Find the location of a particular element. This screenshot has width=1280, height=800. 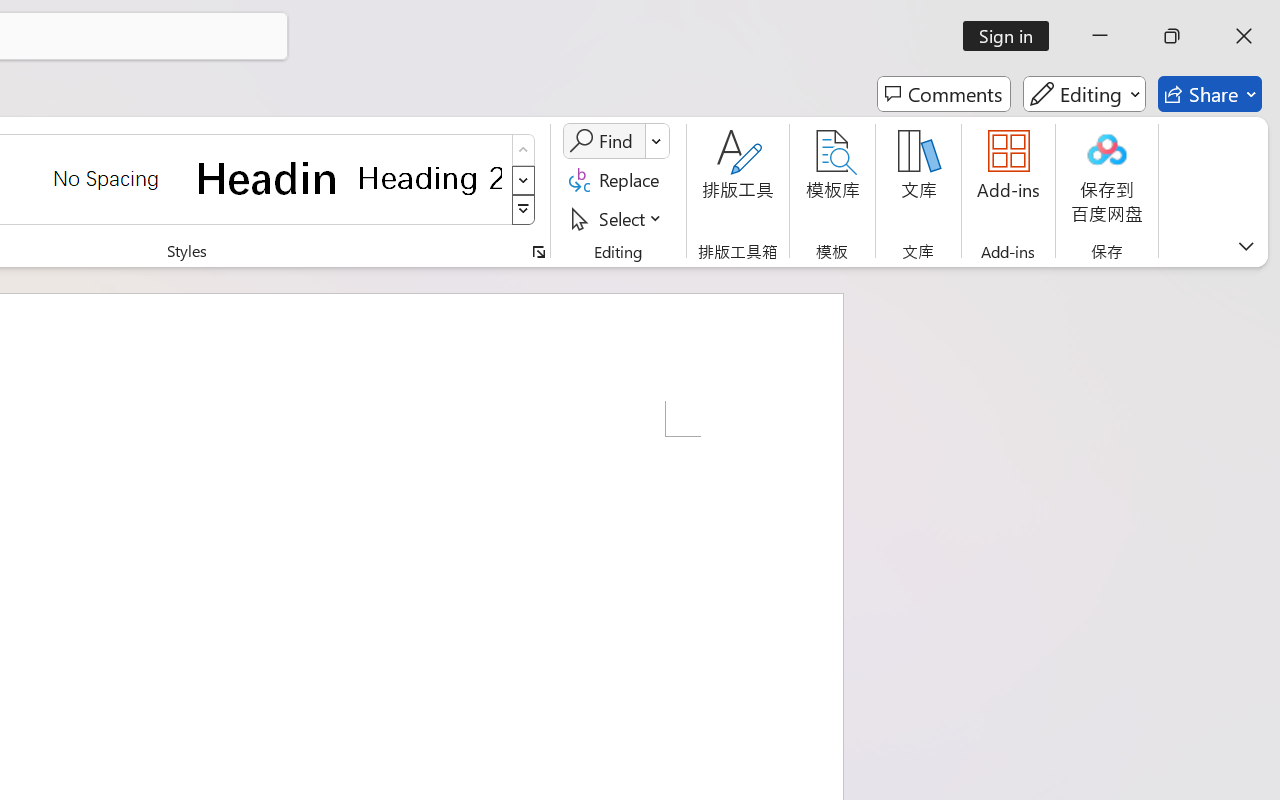

'Sign in' is located at coordinates (1013, 35).